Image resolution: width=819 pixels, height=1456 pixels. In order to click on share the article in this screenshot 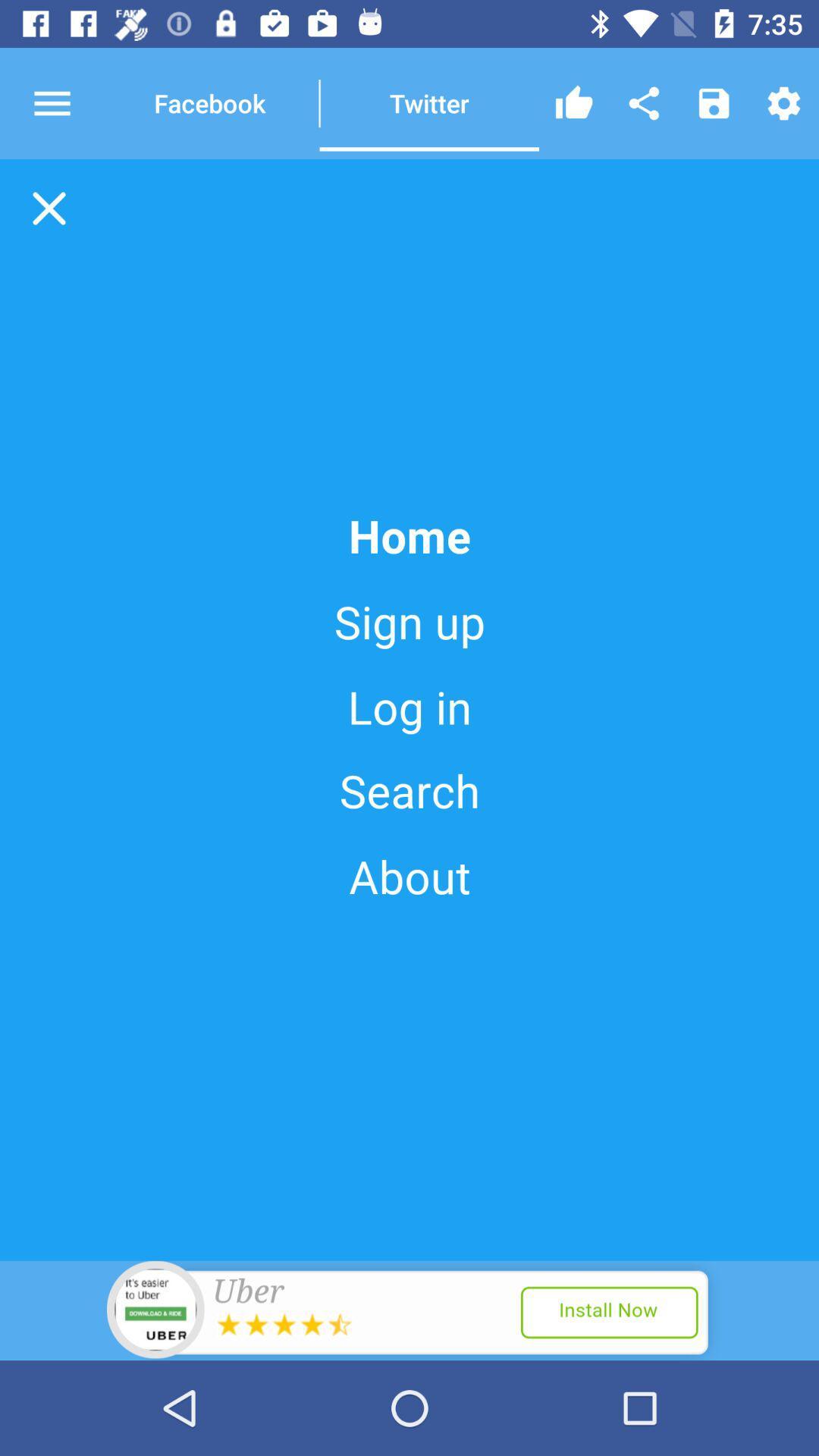, I will do `click(644, 102)`.